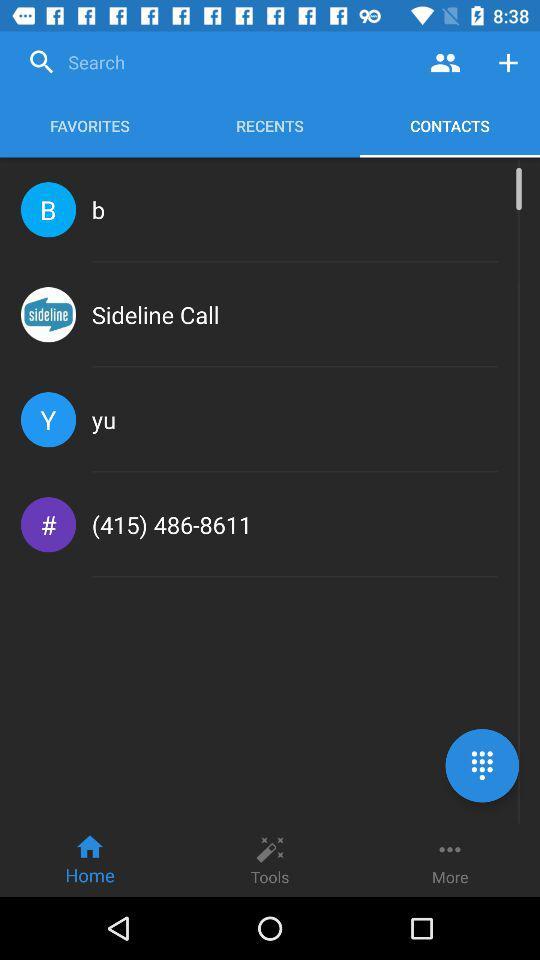 The image size is (540, 960). What do you see at coordinates (445, 62) in the screenshot?
I see `contacts` at bounding box center [445, 62].